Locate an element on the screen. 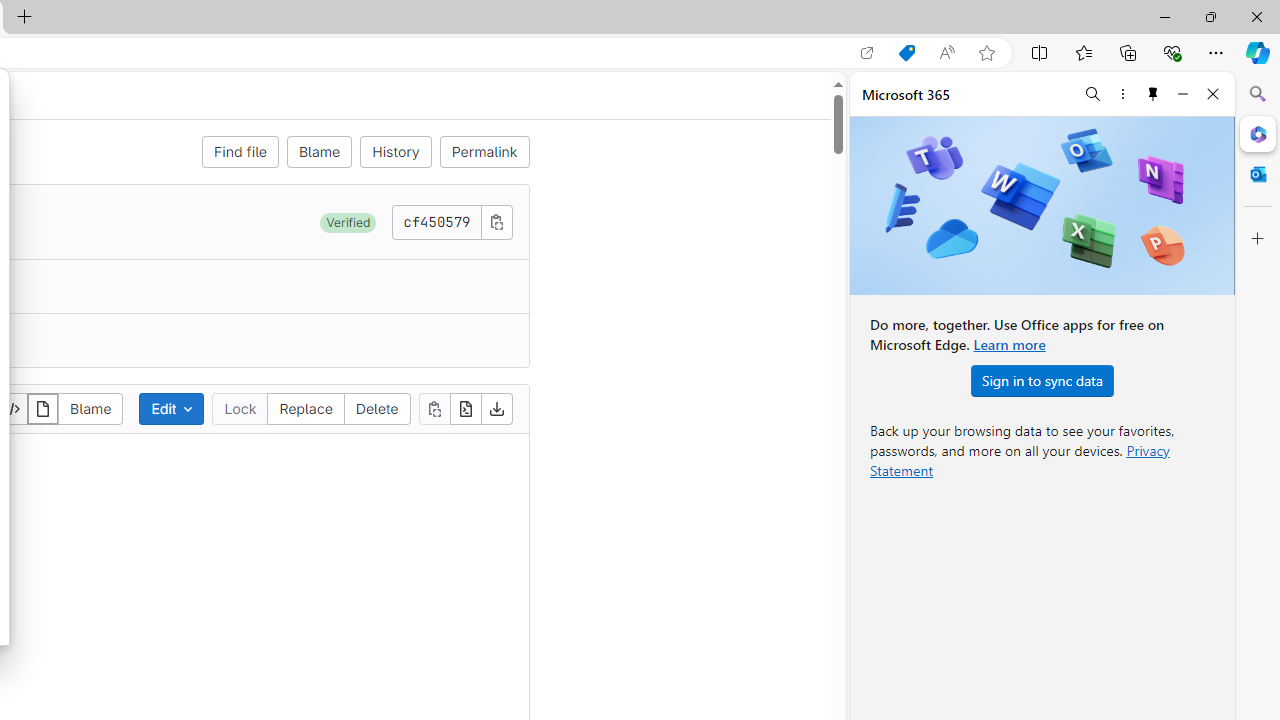  'Copilot (Ctrl+Shift+.)' is located at coordinates (1257, 51).